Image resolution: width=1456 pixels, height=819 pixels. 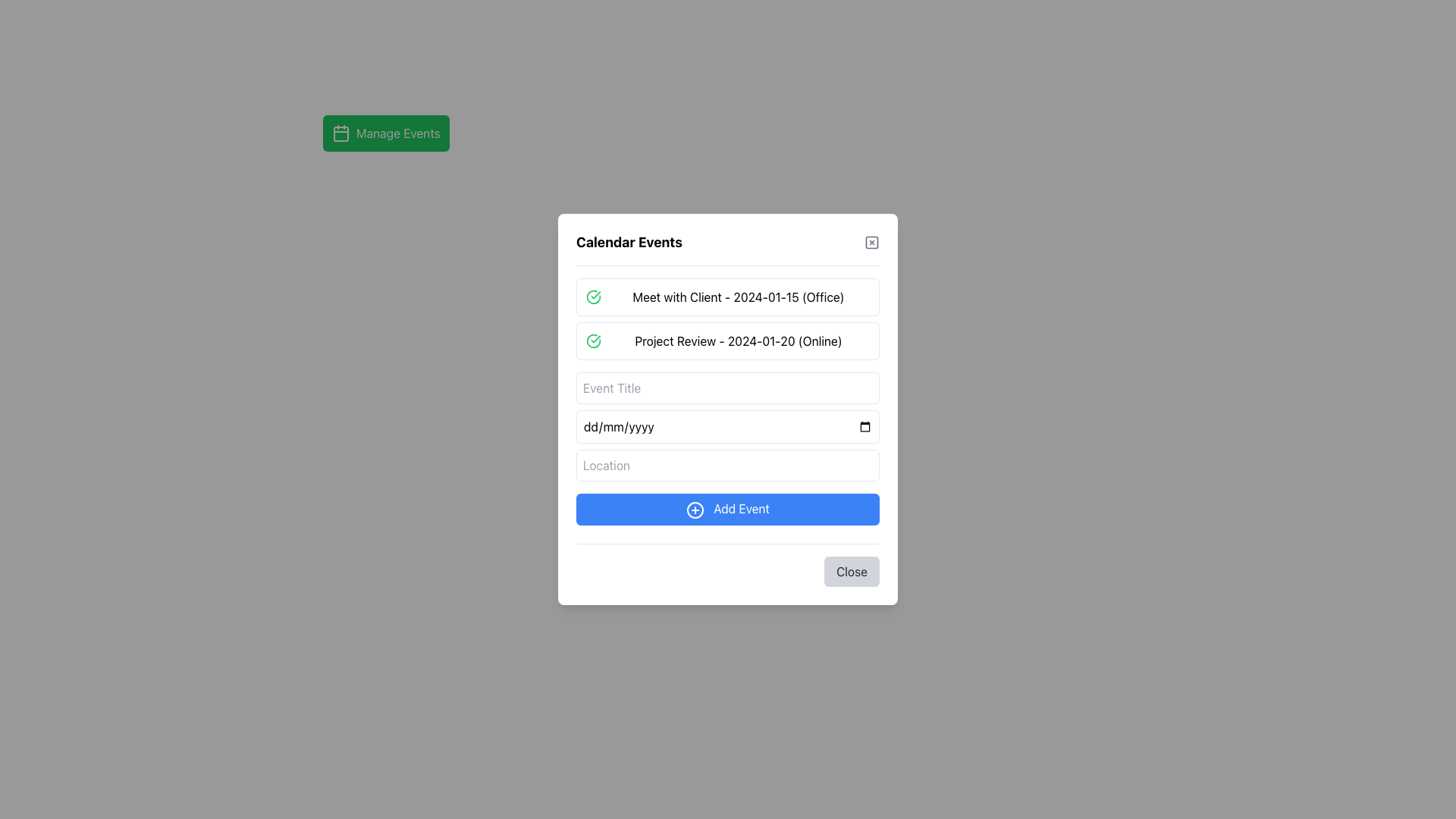 I want to click on the button located at the top-left of the interface that manages events, so click(x=386, y=133).